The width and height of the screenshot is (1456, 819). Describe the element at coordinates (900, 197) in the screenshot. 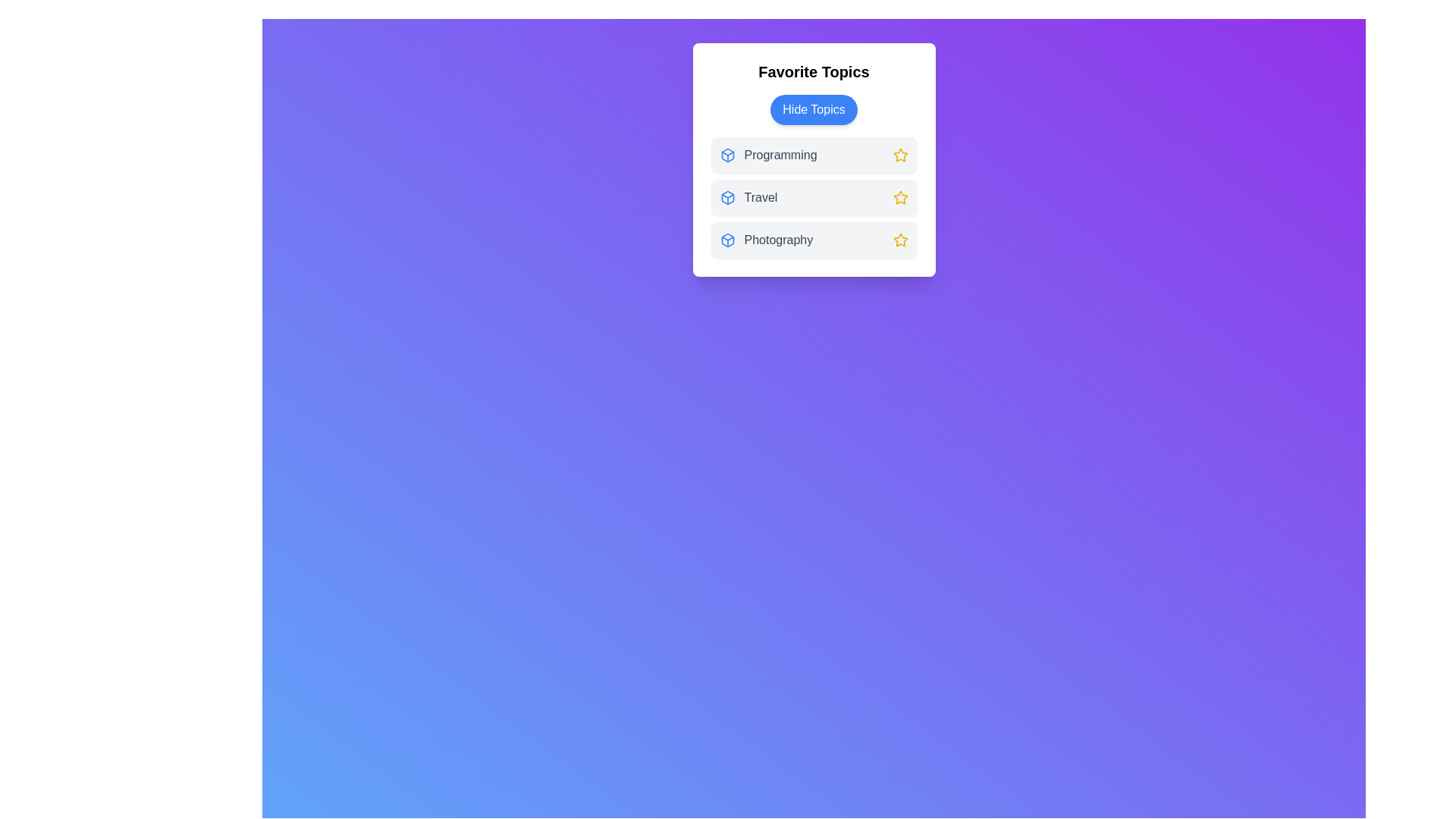

I see `the star icon next to the label 'Travel' in the second entry of the list` at that location.